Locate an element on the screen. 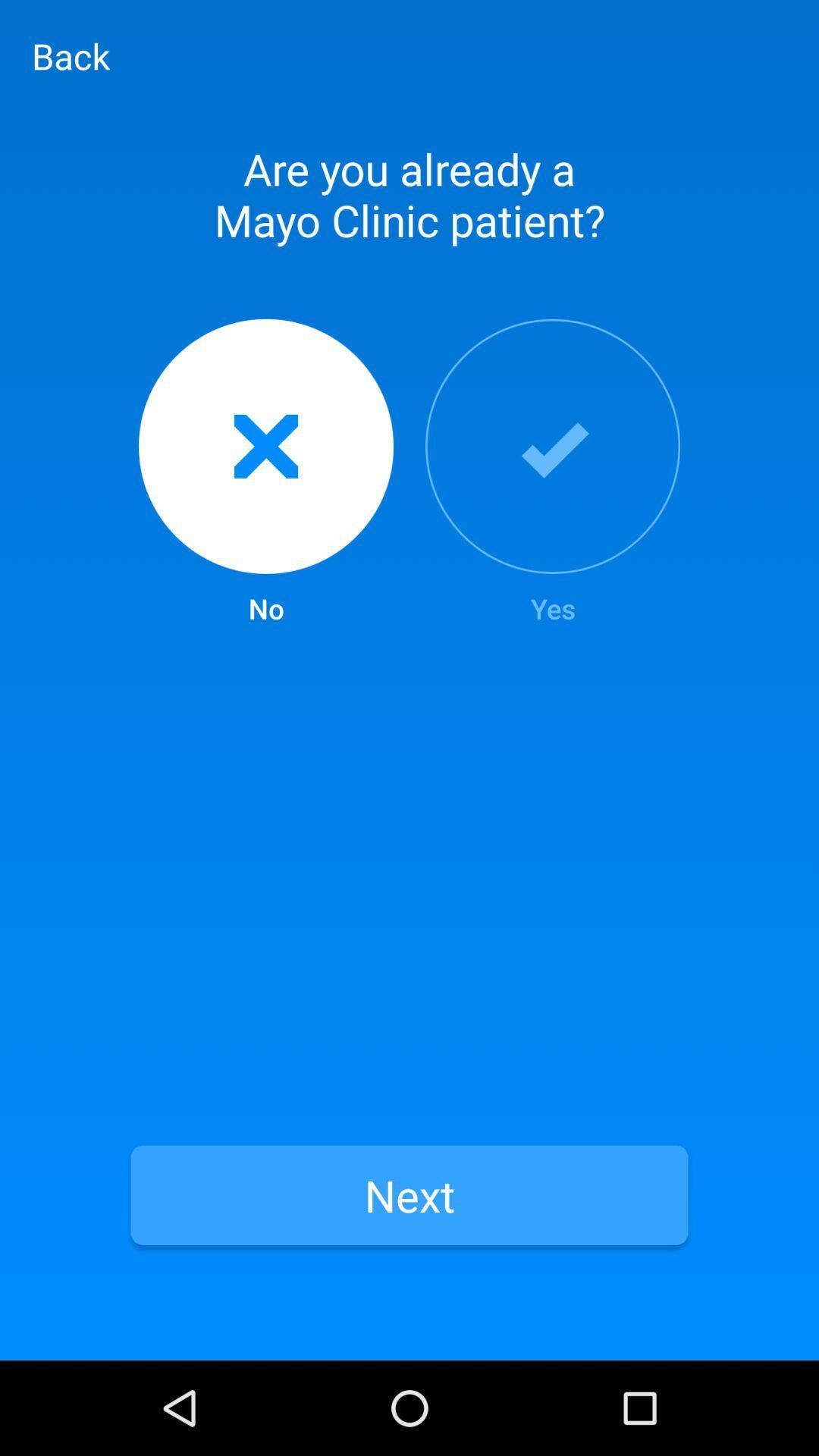 The image size is (819, 1456). icon to the left of yes is located at coordinates (265, 472).